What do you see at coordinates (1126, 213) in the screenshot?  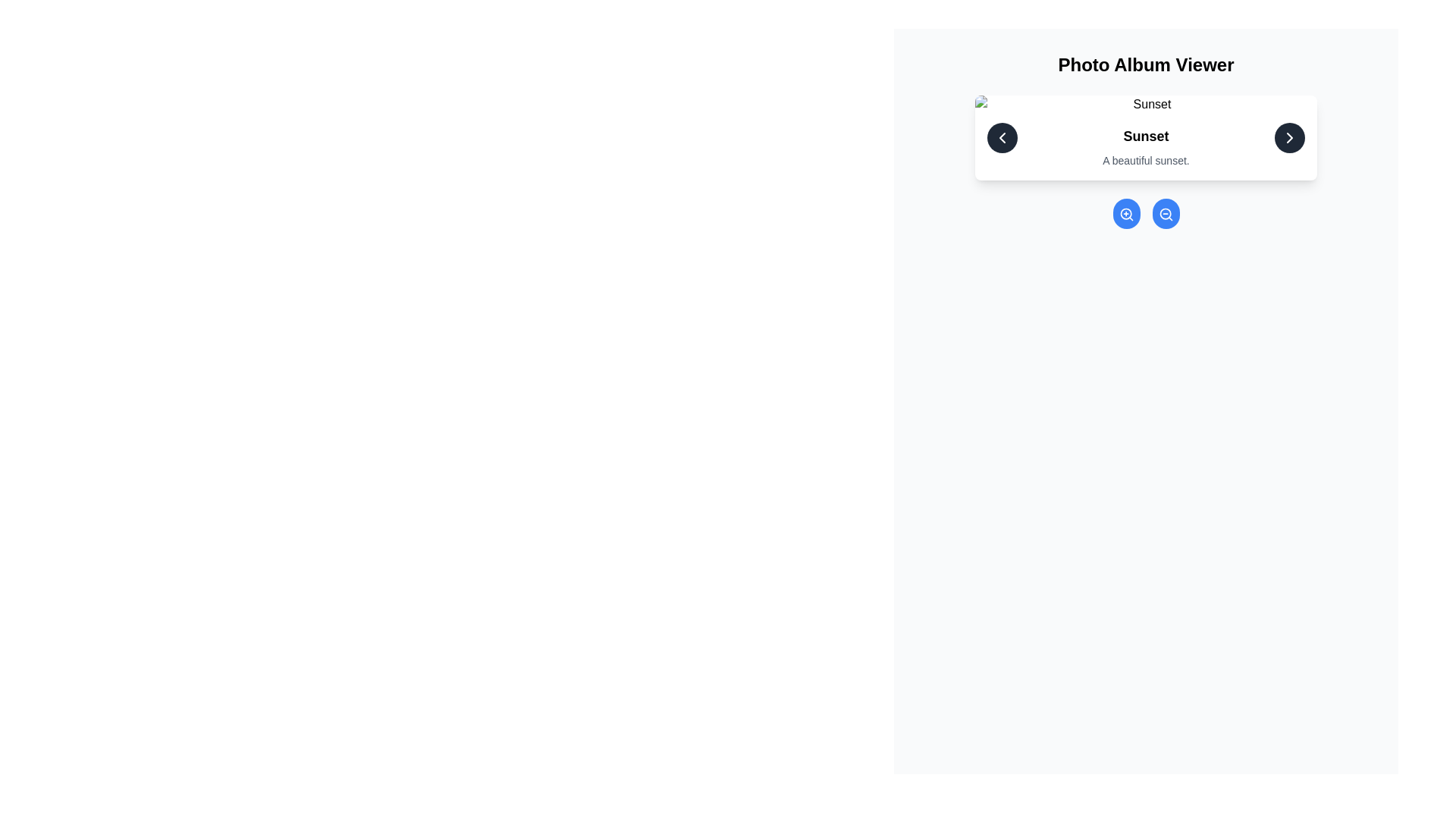 I see `the zoom in button located to the left of the zoom out button, centered below the photo and text description in the main content area` at bounding box center [1126, 213].